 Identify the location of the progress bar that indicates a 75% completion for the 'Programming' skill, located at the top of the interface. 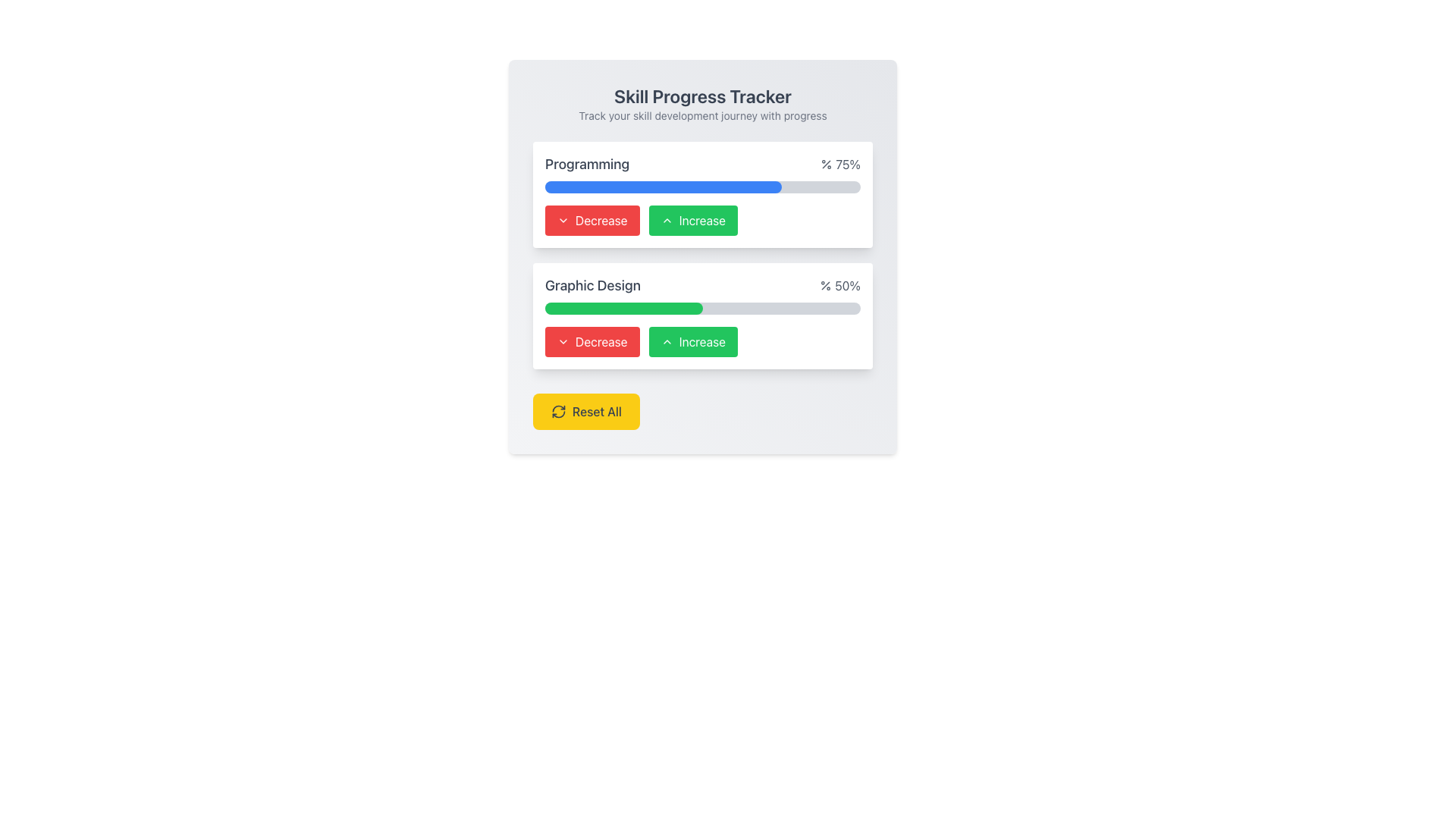
(663, 186).